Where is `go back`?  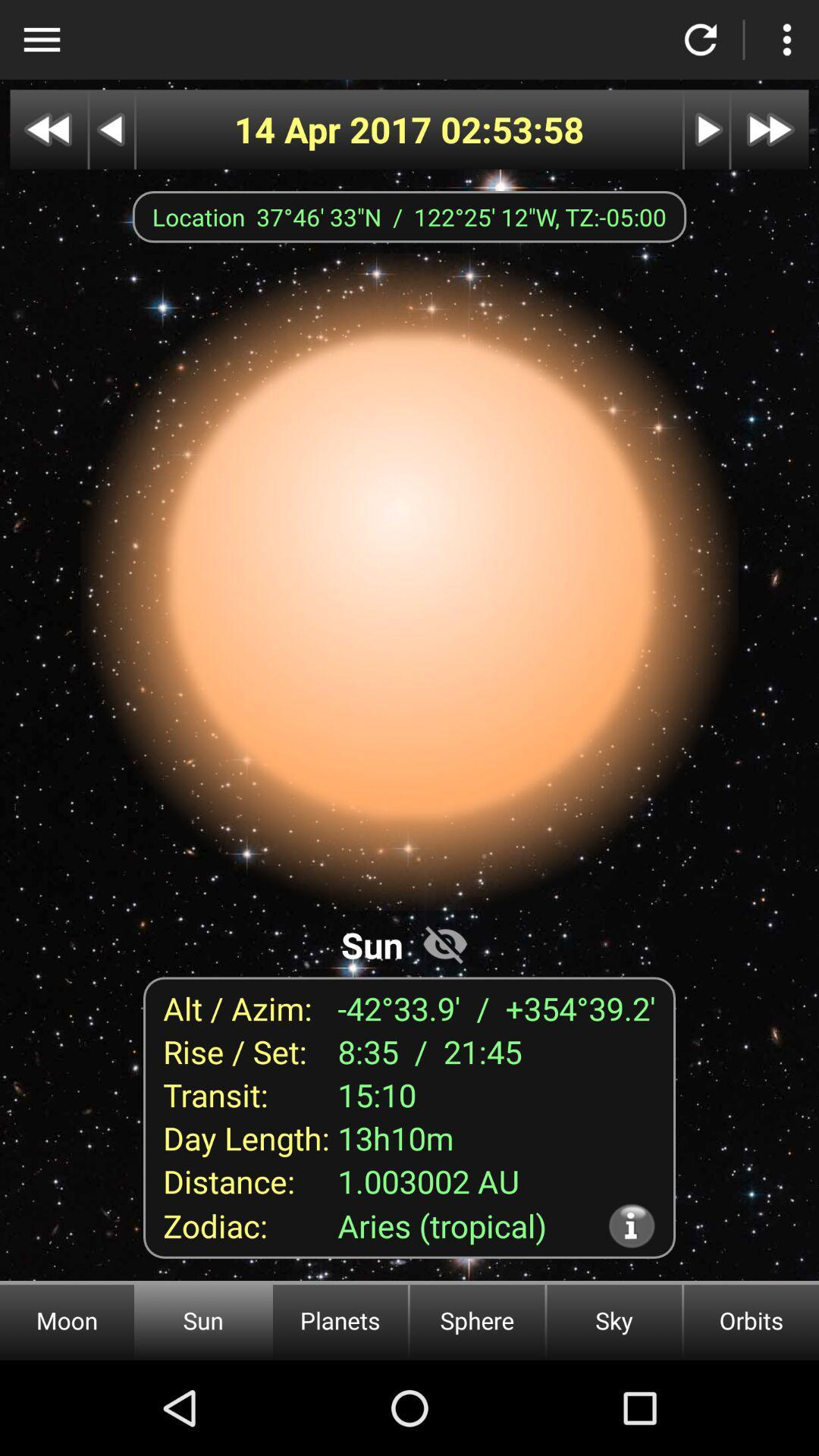 go back is located at coordinates (111, 130).